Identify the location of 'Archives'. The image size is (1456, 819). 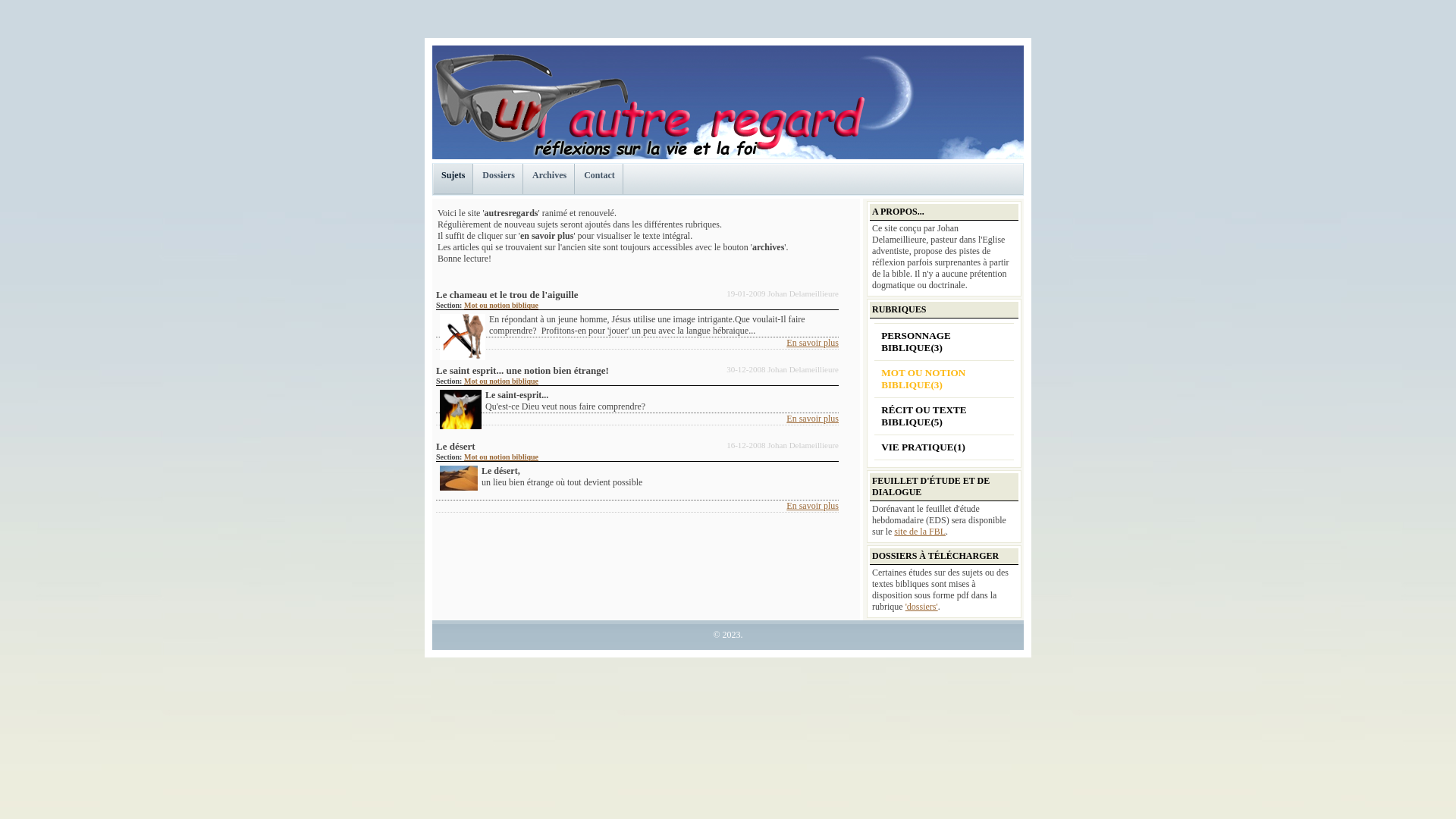
(548, 177).